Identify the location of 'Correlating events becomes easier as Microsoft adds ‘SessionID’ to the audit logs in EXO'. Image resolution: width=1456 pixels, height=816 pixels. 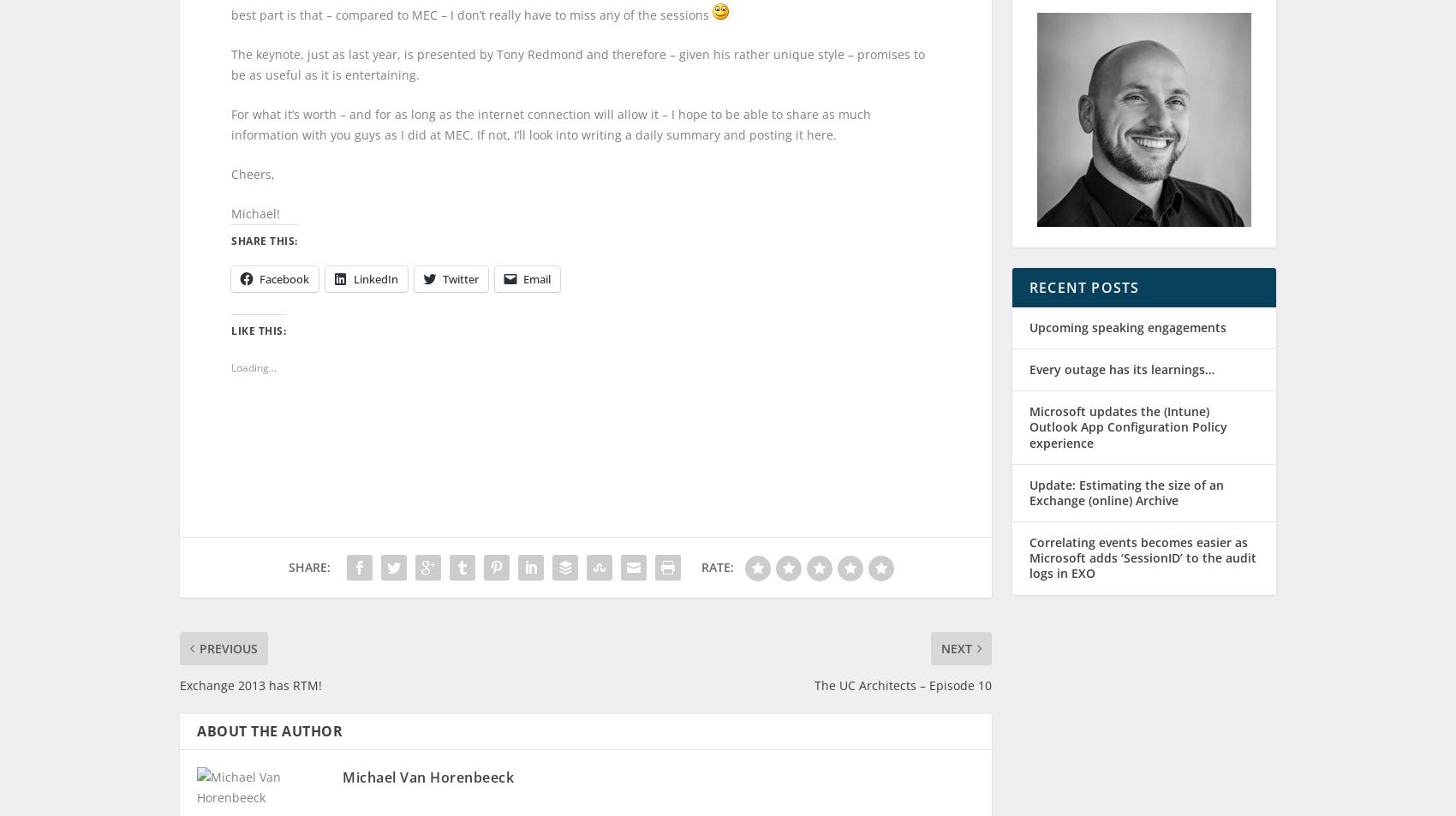
(1143, 574).